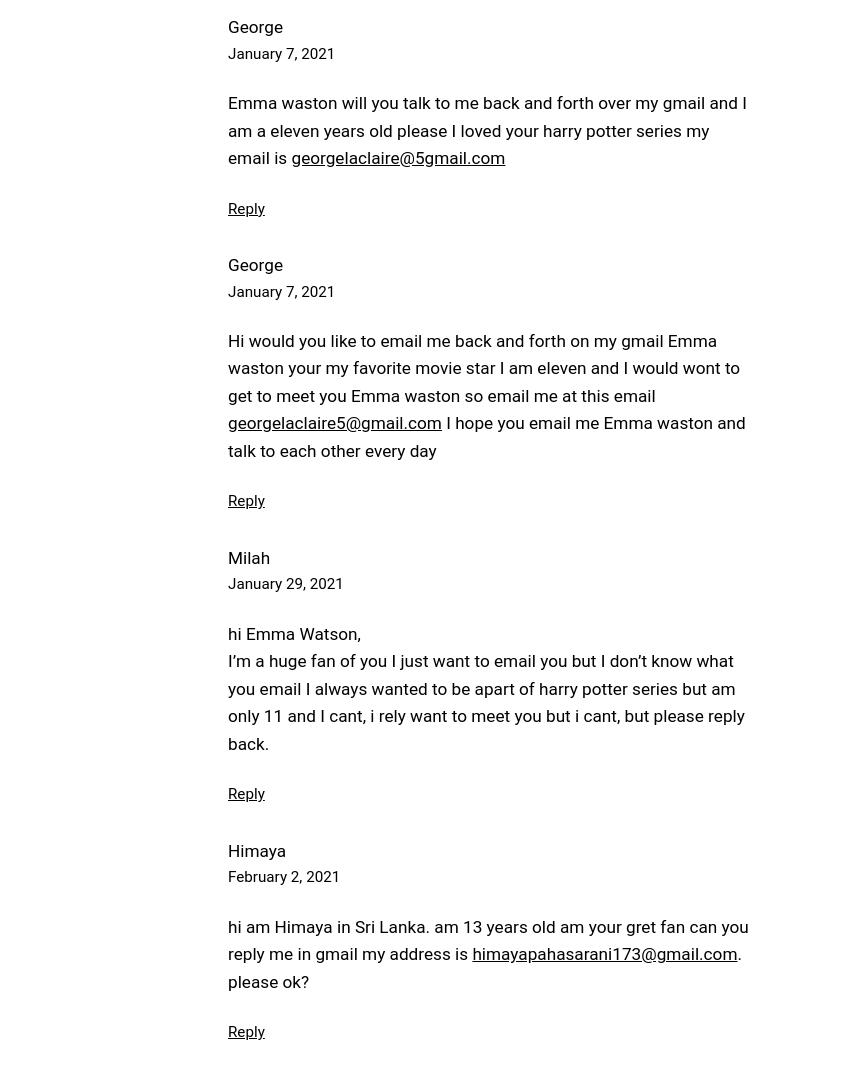  I want to click on 'Milah', so click(248, 555).